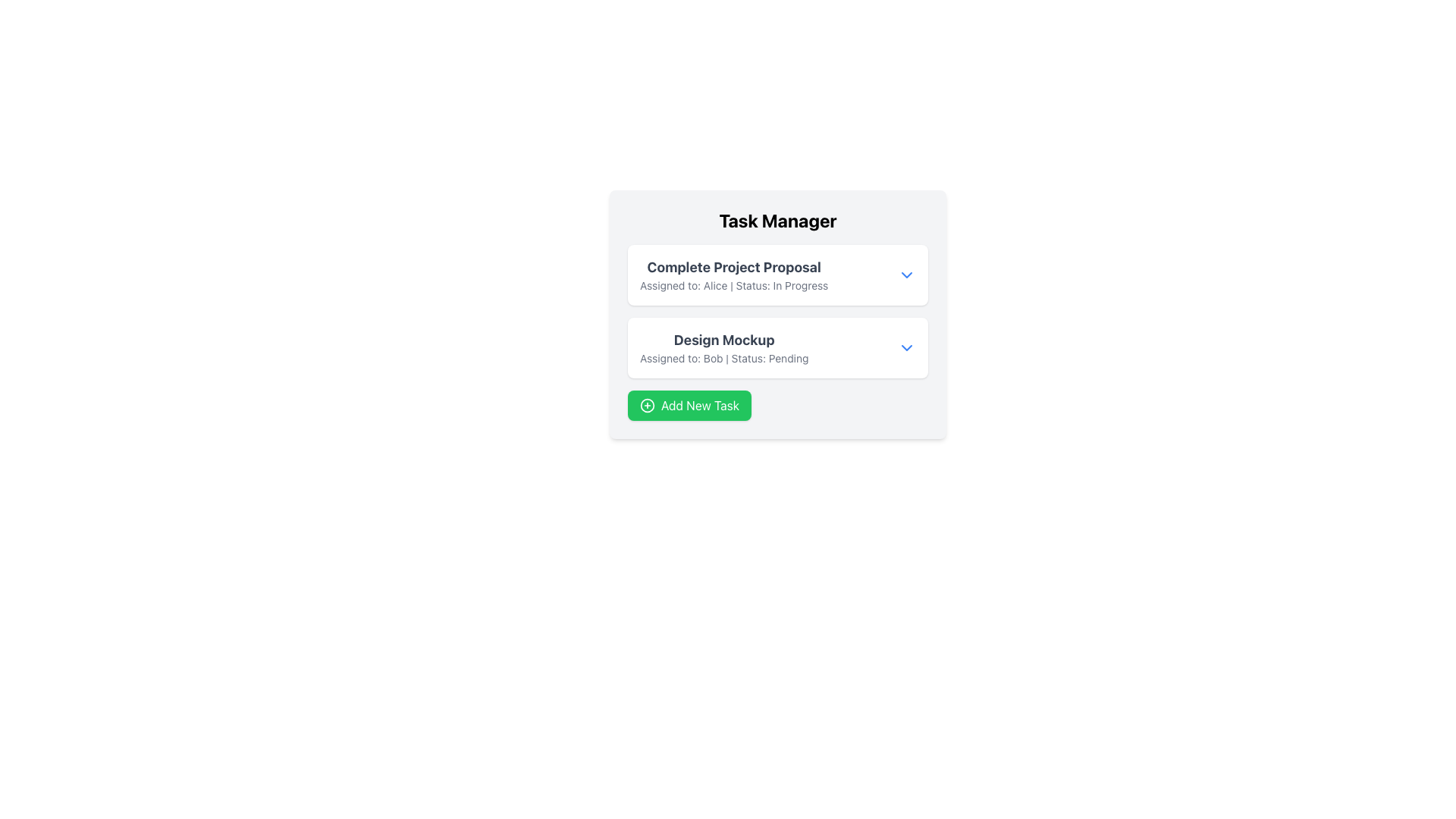  I want to click on the Text Display element that shows 'Design Mockup' and 'Assigned to: Bob | Status: Pending', so click(723, 348).